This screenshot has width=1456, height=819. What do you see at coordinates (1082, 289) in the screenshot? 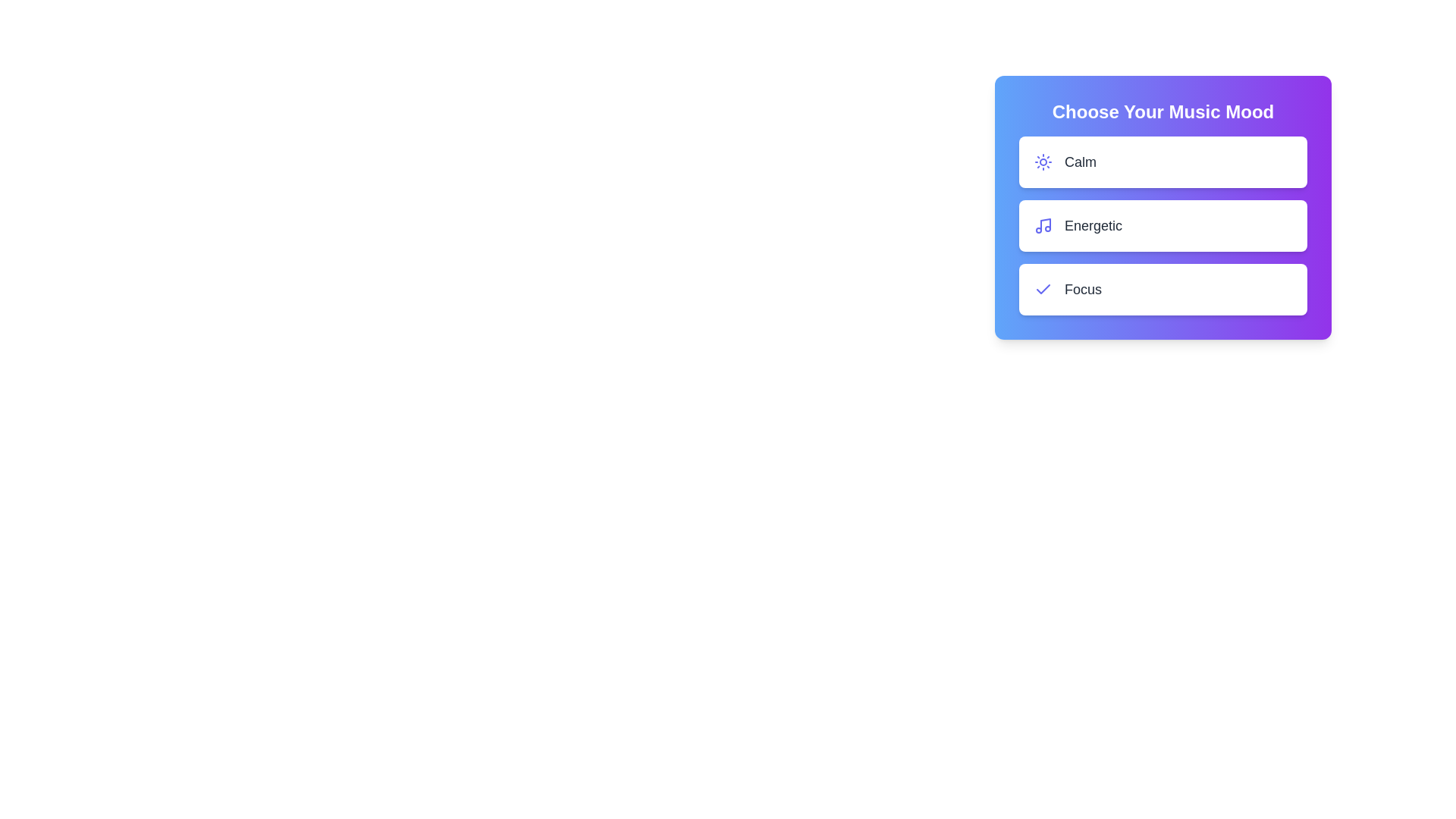
I see `the 'Focus' mood option label in the vertical list of mood options within the modal` at bounding box center [1082, 289].